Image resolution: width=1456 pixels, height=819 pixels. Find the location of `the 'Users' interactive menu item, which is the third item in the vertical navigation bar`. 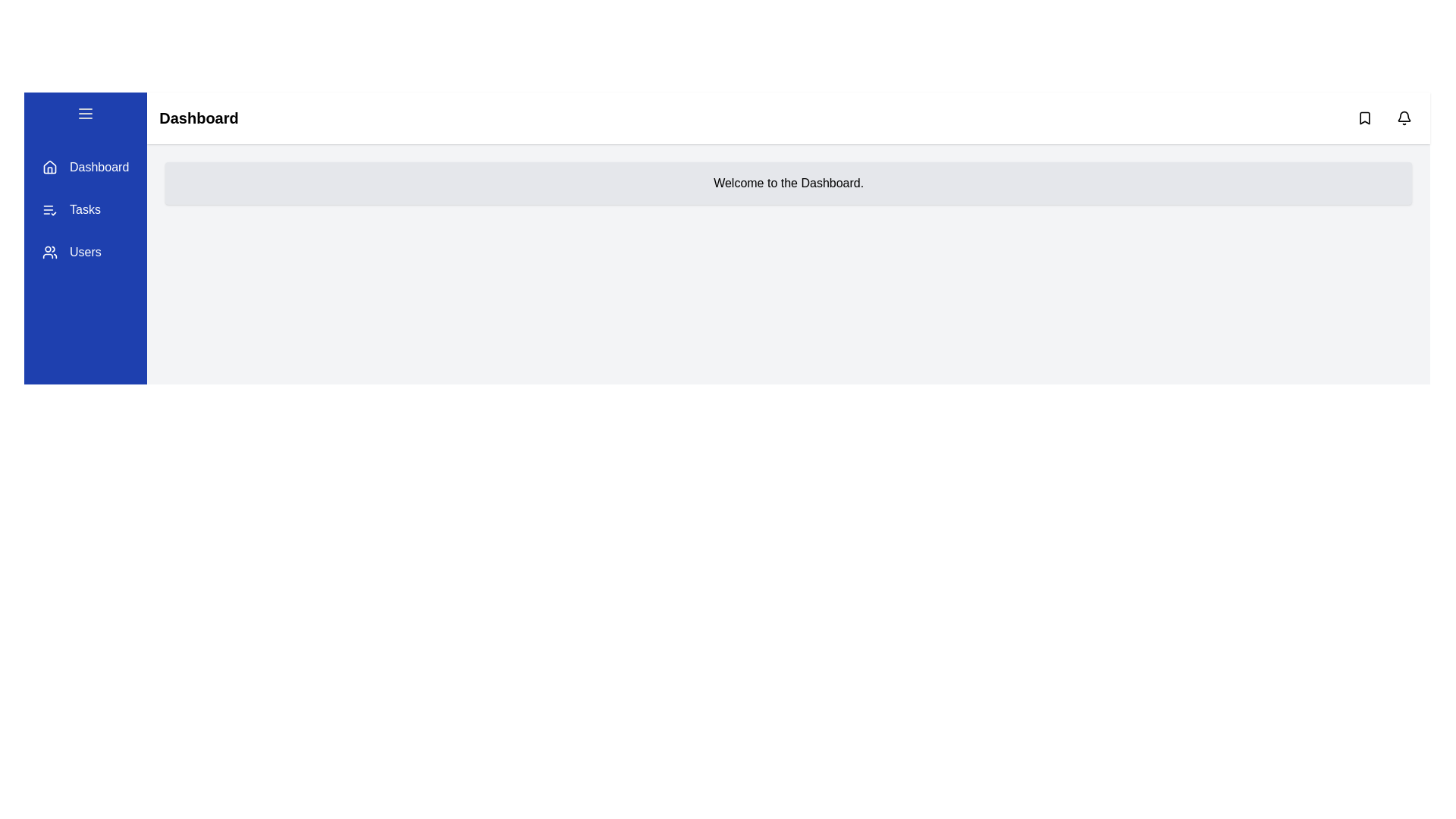

the 'Users' interactive menu item, which is the third item in the vertical navigation bar is located at coordinates (71, 251).